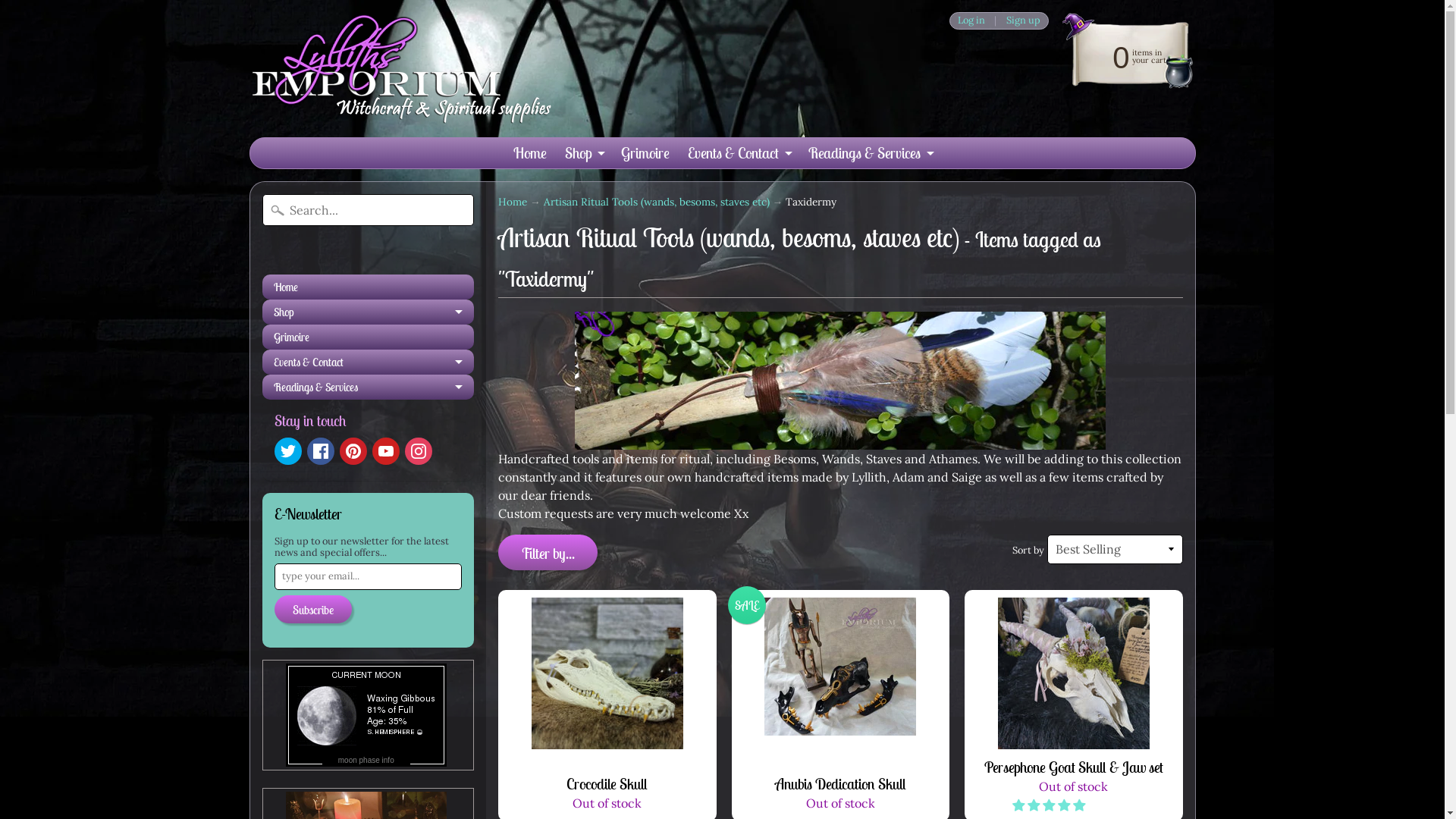  What do you see at coordinates (498, 552) in the screenshot?
I see `'Filter by...'` at bounding box center [498, 552].